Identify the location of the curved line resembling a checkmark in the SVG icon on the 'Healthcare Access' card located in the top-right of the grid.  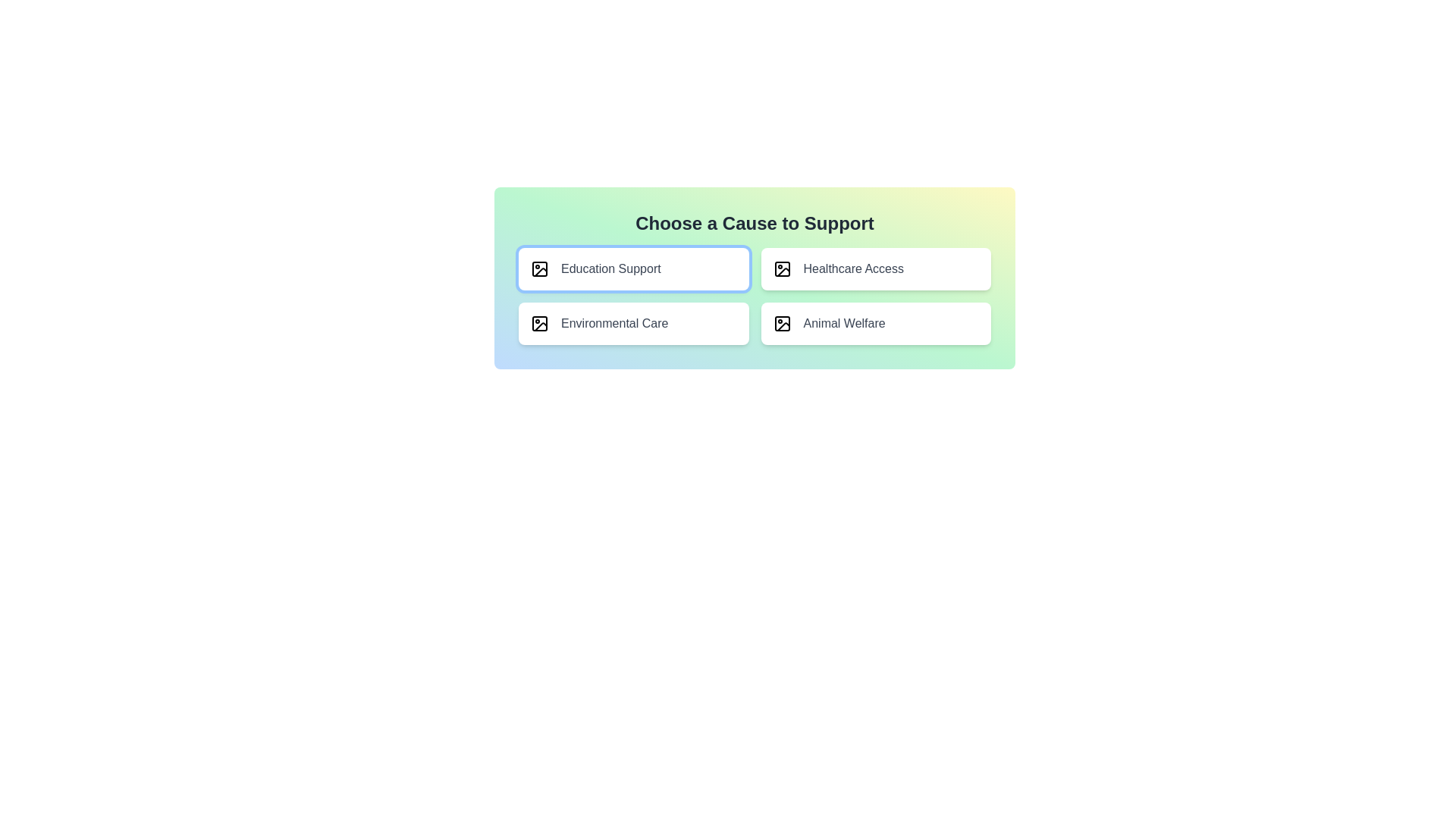
(783, 271).